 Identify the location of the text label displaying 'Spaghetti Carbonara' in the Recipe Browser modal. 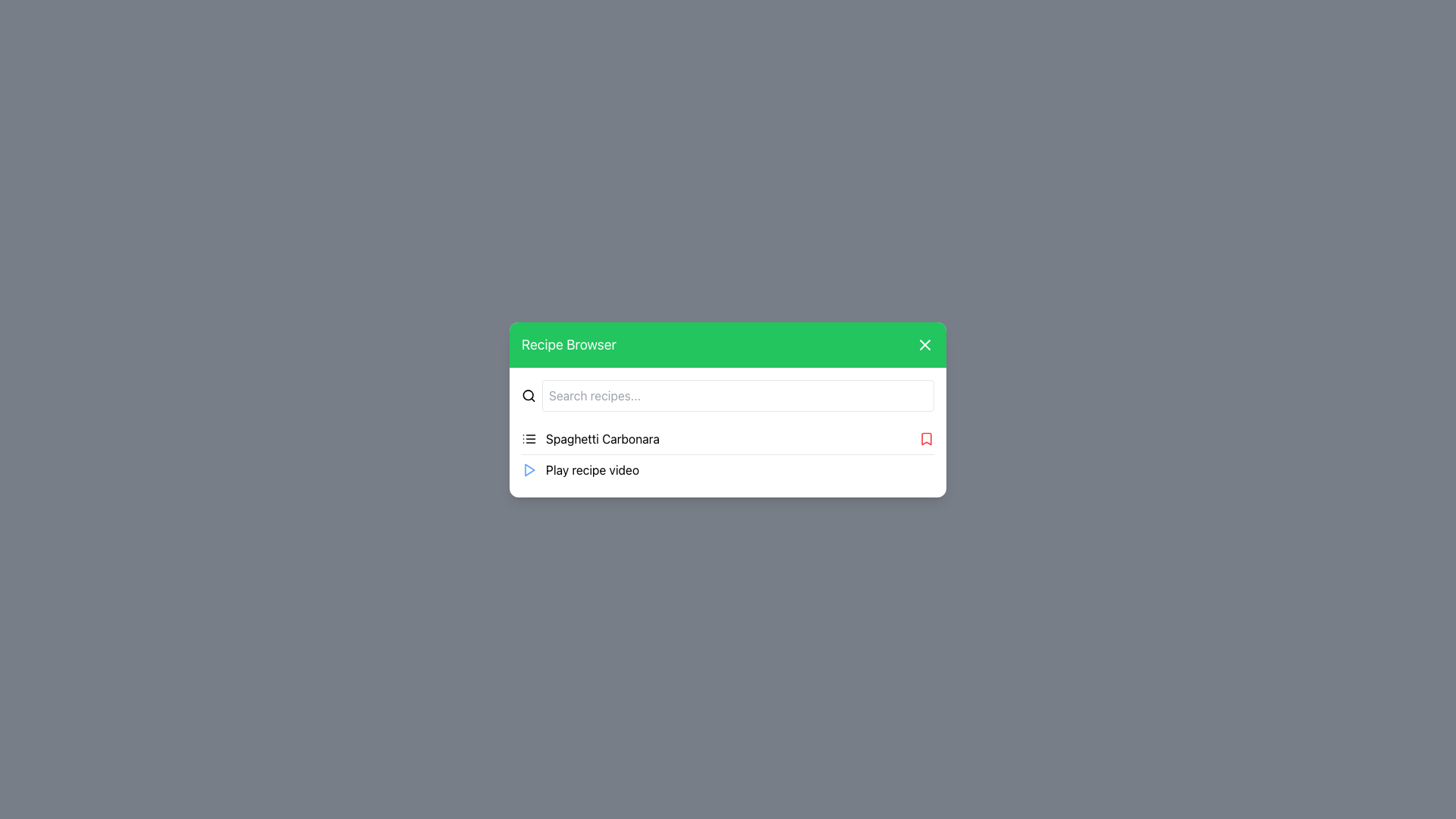
(602, 438).